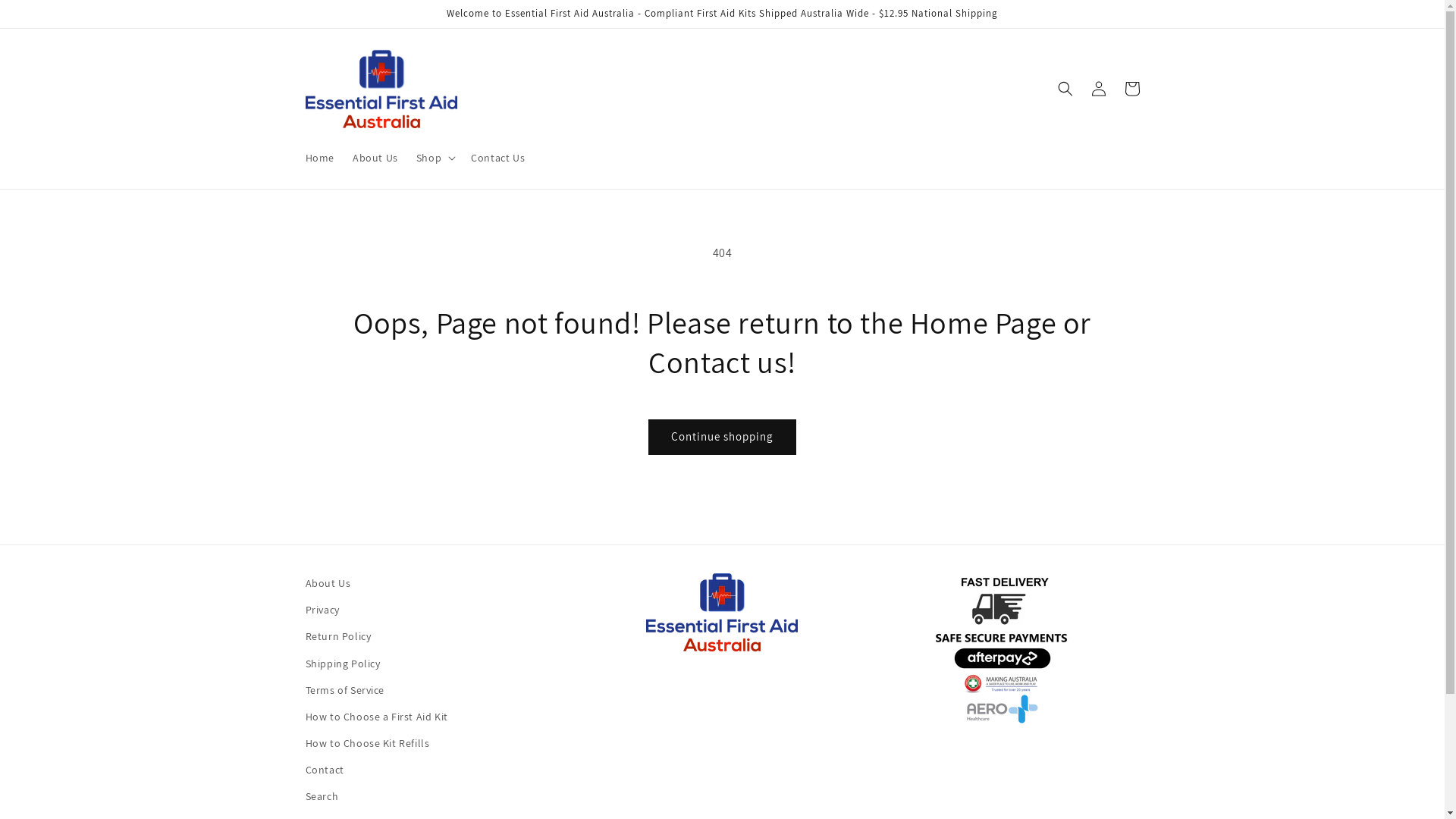 The height and width of the screenshot is (819, 1456). I want to click on 'How to Choose Kit Refills', so click(367, 742).